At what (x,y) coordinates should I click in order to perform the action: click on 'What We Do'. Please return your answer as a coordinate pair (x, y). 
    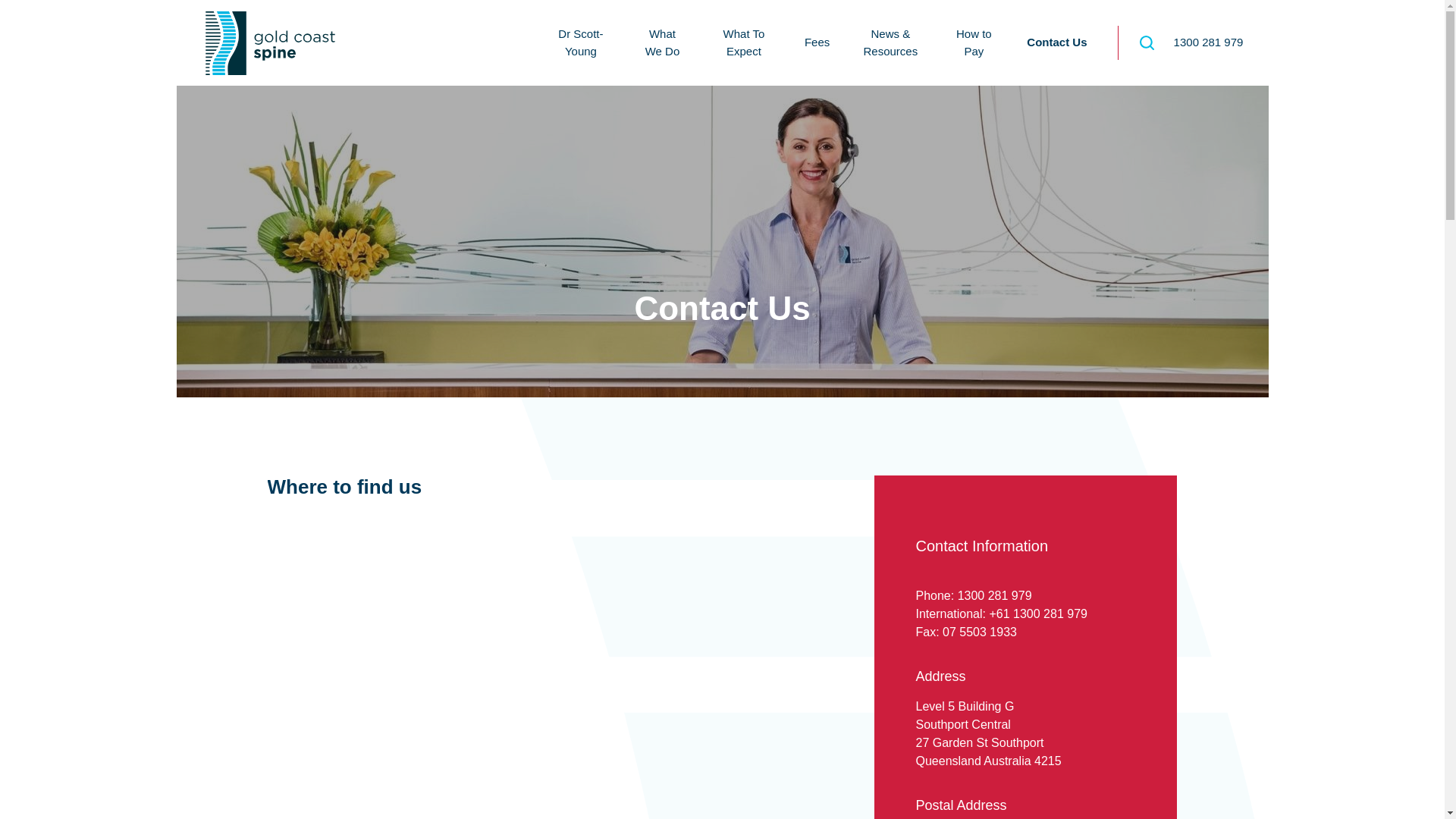
    Looking at the image, I should click on (662, 42).